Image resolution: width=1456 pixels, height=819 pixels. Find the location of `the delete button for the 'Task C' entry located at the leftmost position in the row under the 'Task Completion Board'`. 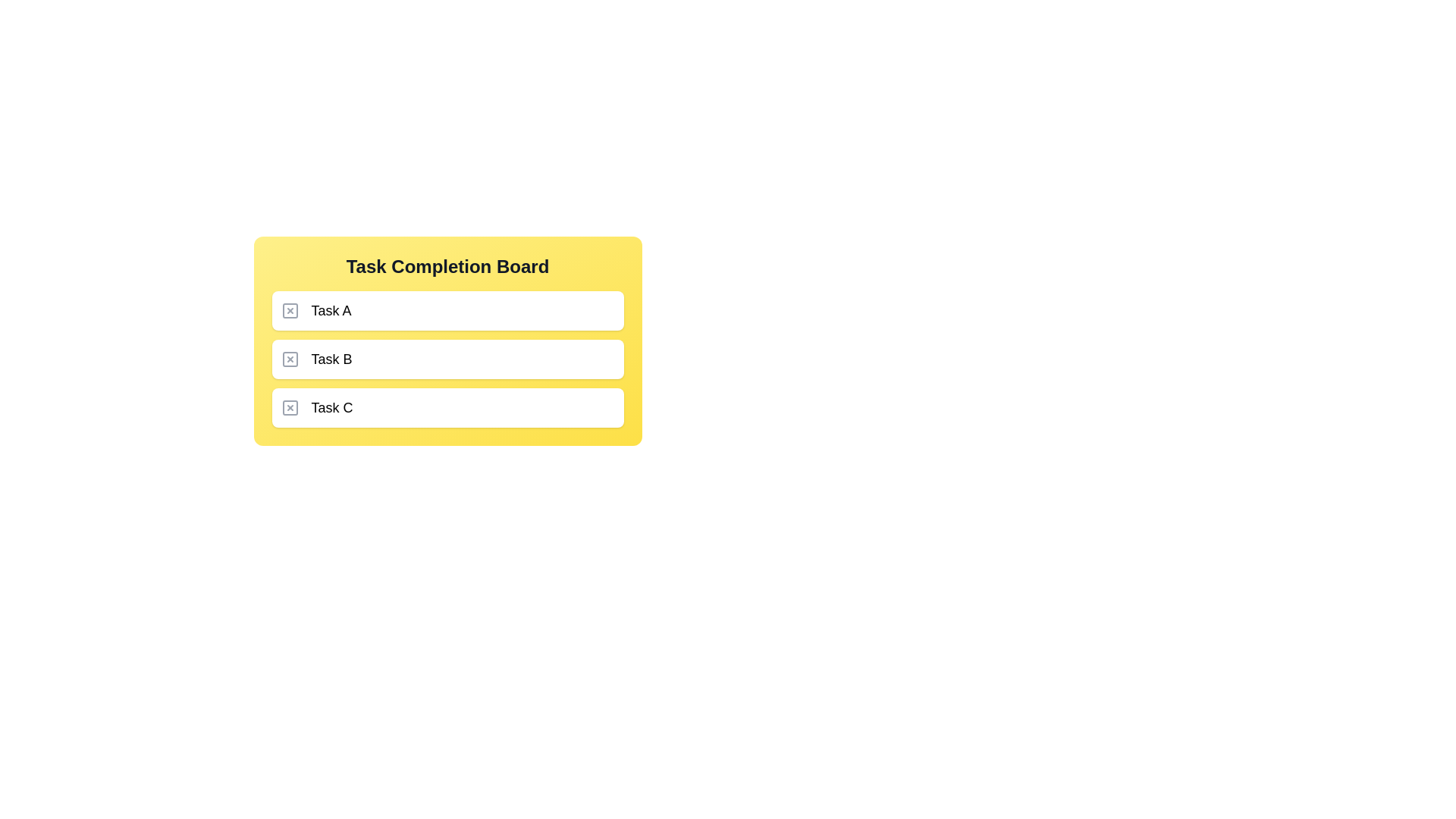

the delete button for the 'Task C' entry located at the leftmost position in the row under the 'Task Completion Board' is located at coordinates (290, 406).